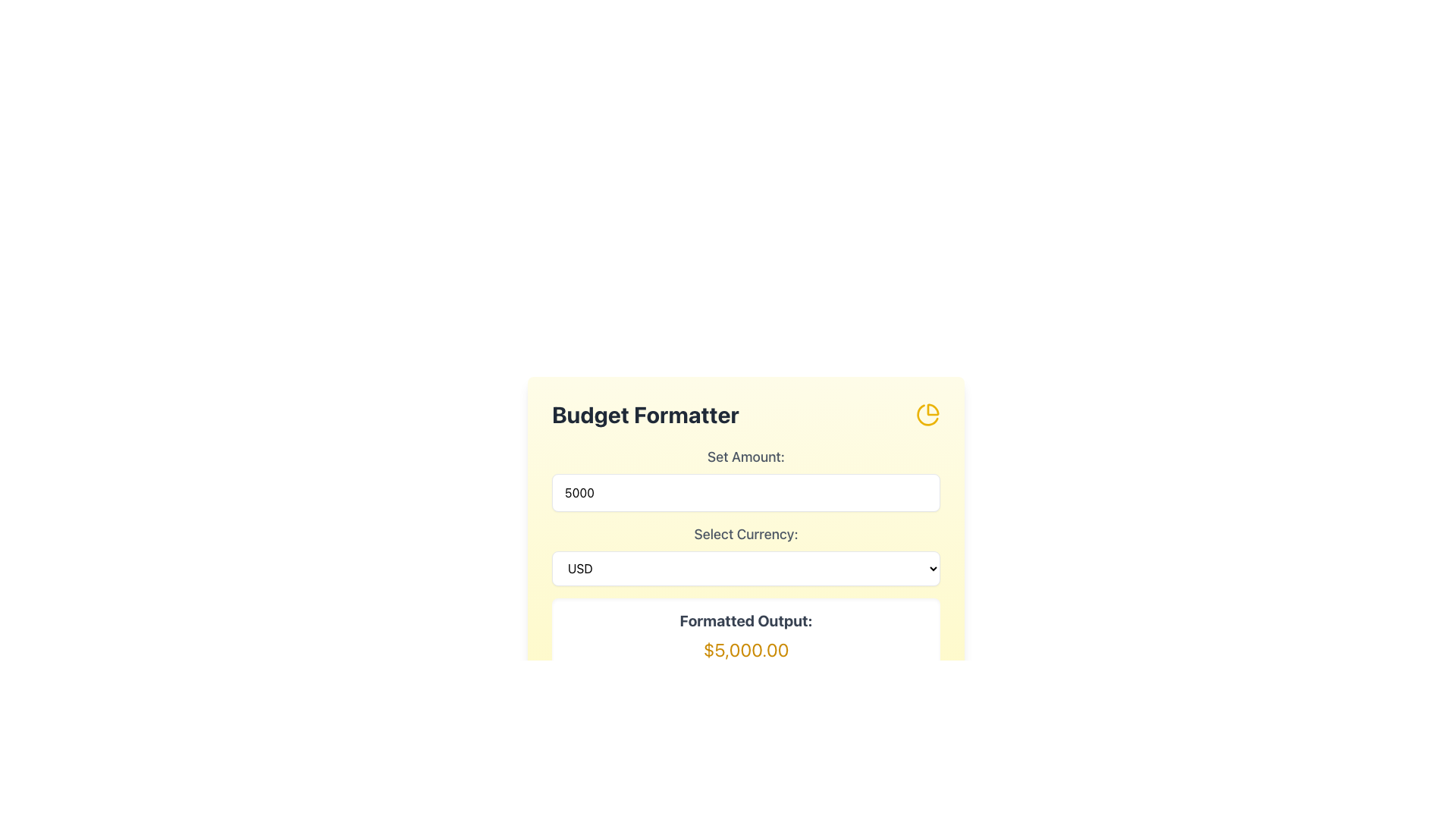 The width and height of the screenshot is (1456, 819). I want to click on the Text Label that describes the dropdown menu for currency selection, located above the dropdown options in the budget formatting widget, so click(745, 534).